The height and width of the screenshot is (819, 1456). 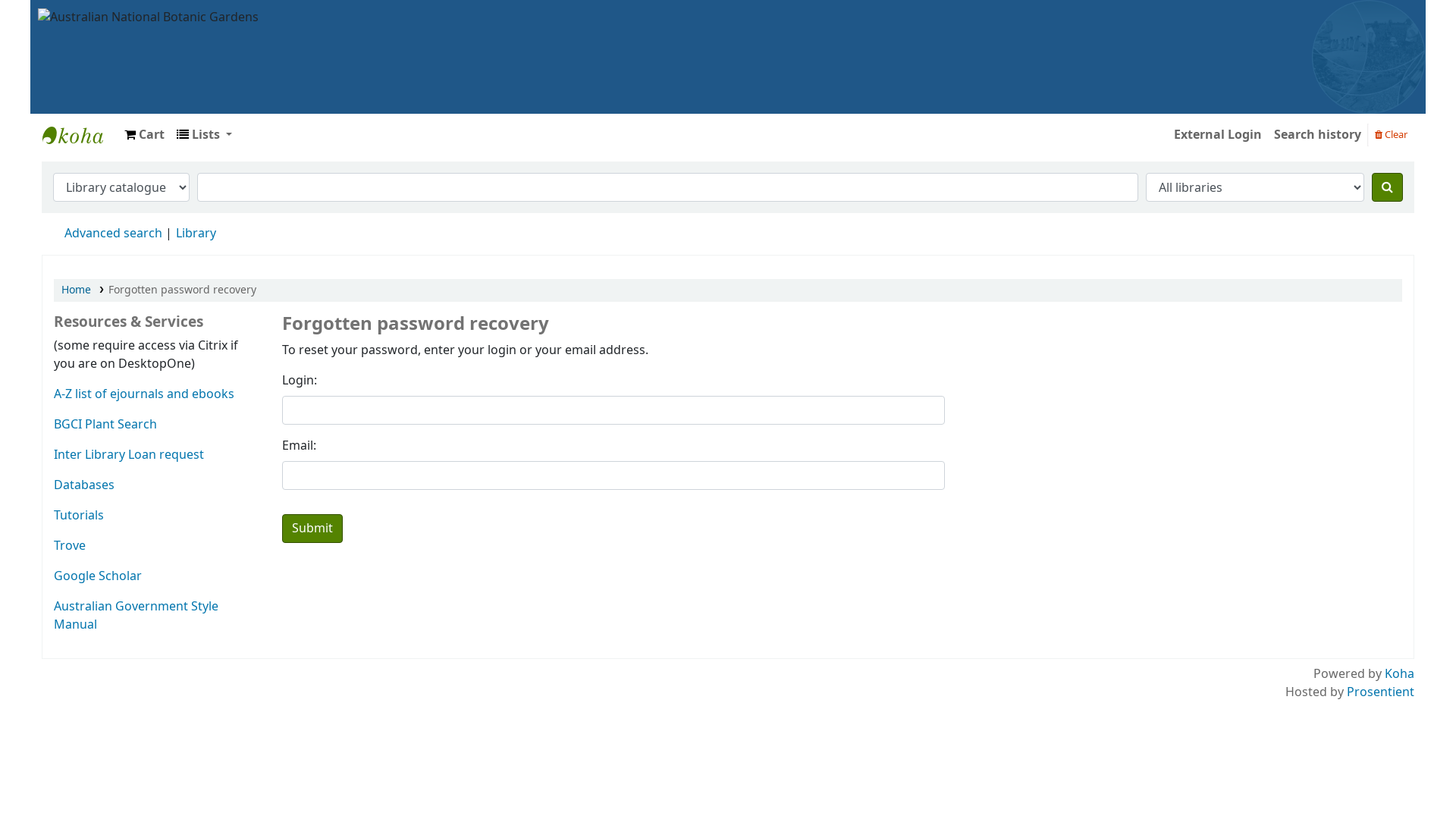 I want to click on 'Prosentient', so click(x=1380, y=692).